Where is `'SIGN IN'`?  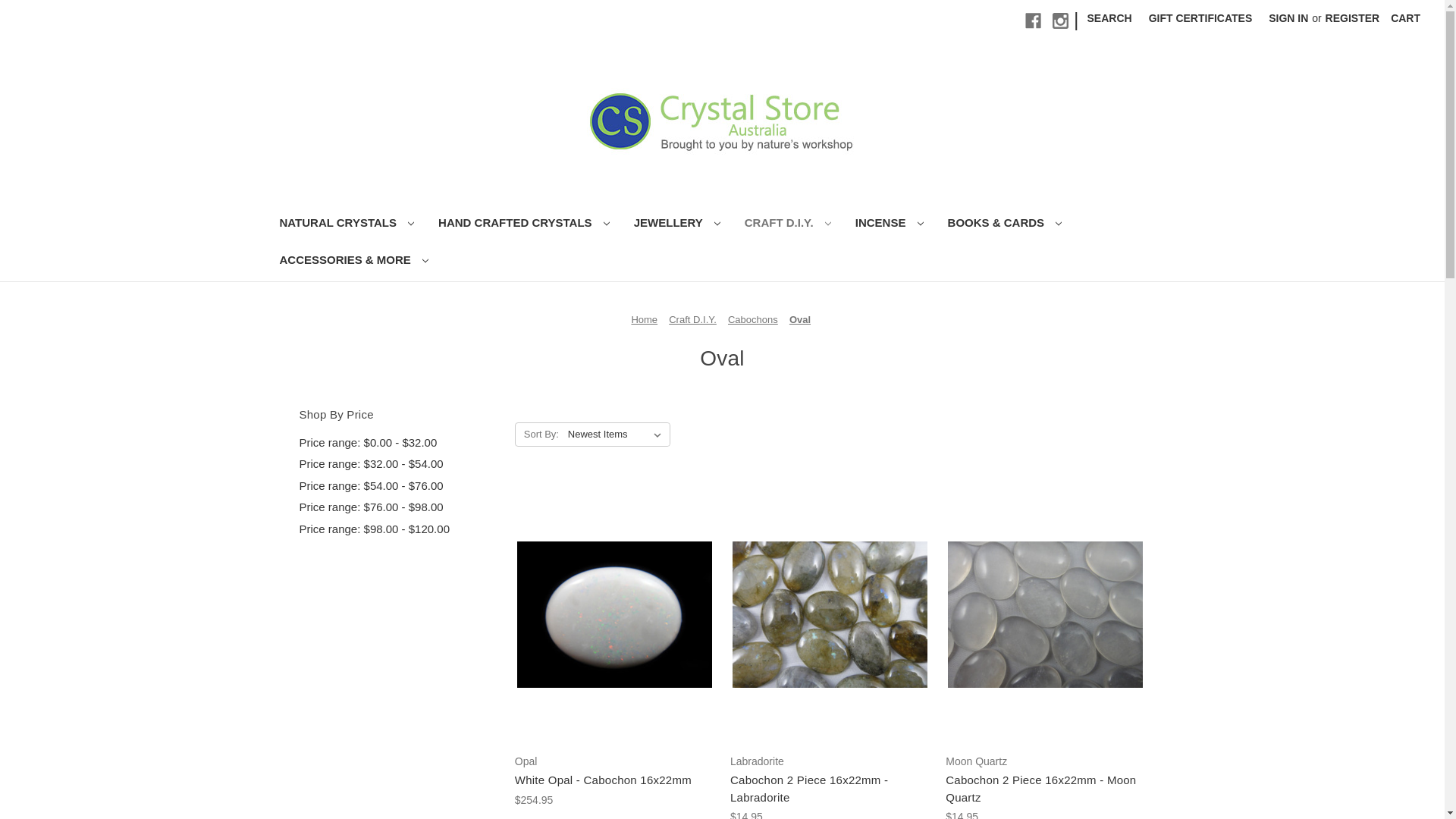
'SIGN IN' is located at coordinates (1288, 18).